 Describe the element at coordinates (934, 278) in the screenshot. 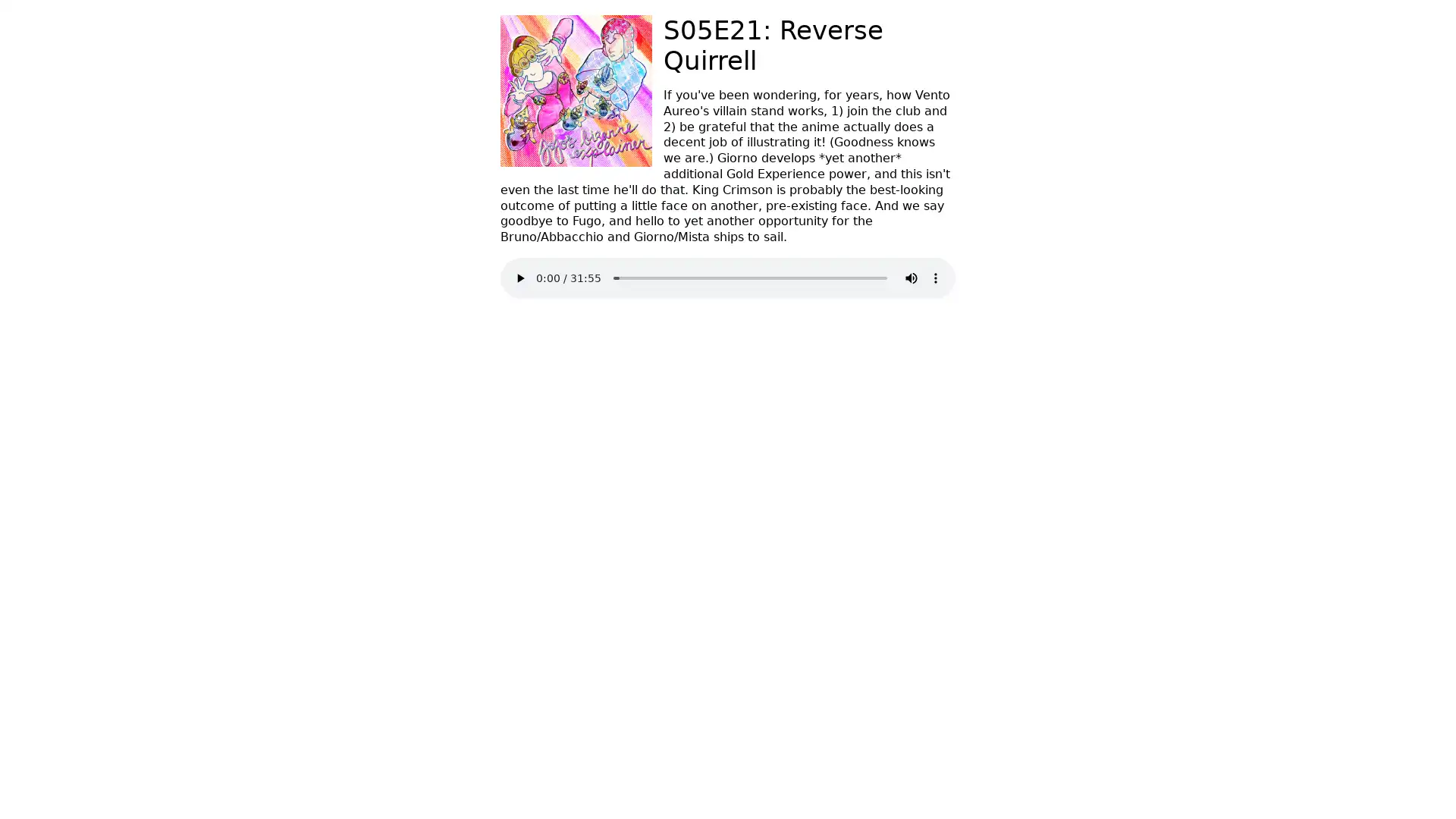

I see `show more media controls` at that location.